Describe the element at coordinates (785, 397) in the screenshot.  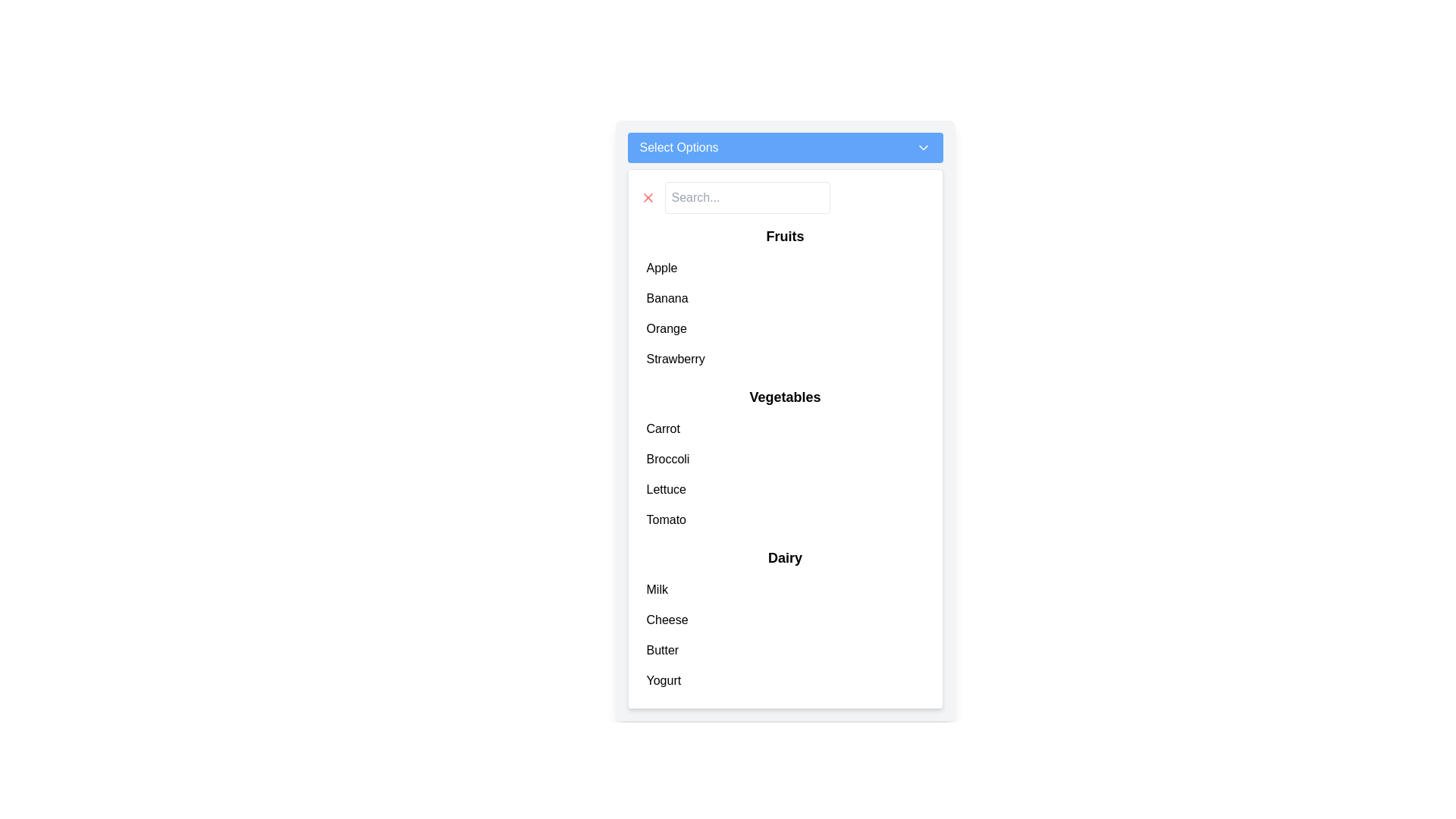
I see `text label that serves as a category identifier for the vegetable section, positioned at the top of the subgroup containing vegetable items` at that location.